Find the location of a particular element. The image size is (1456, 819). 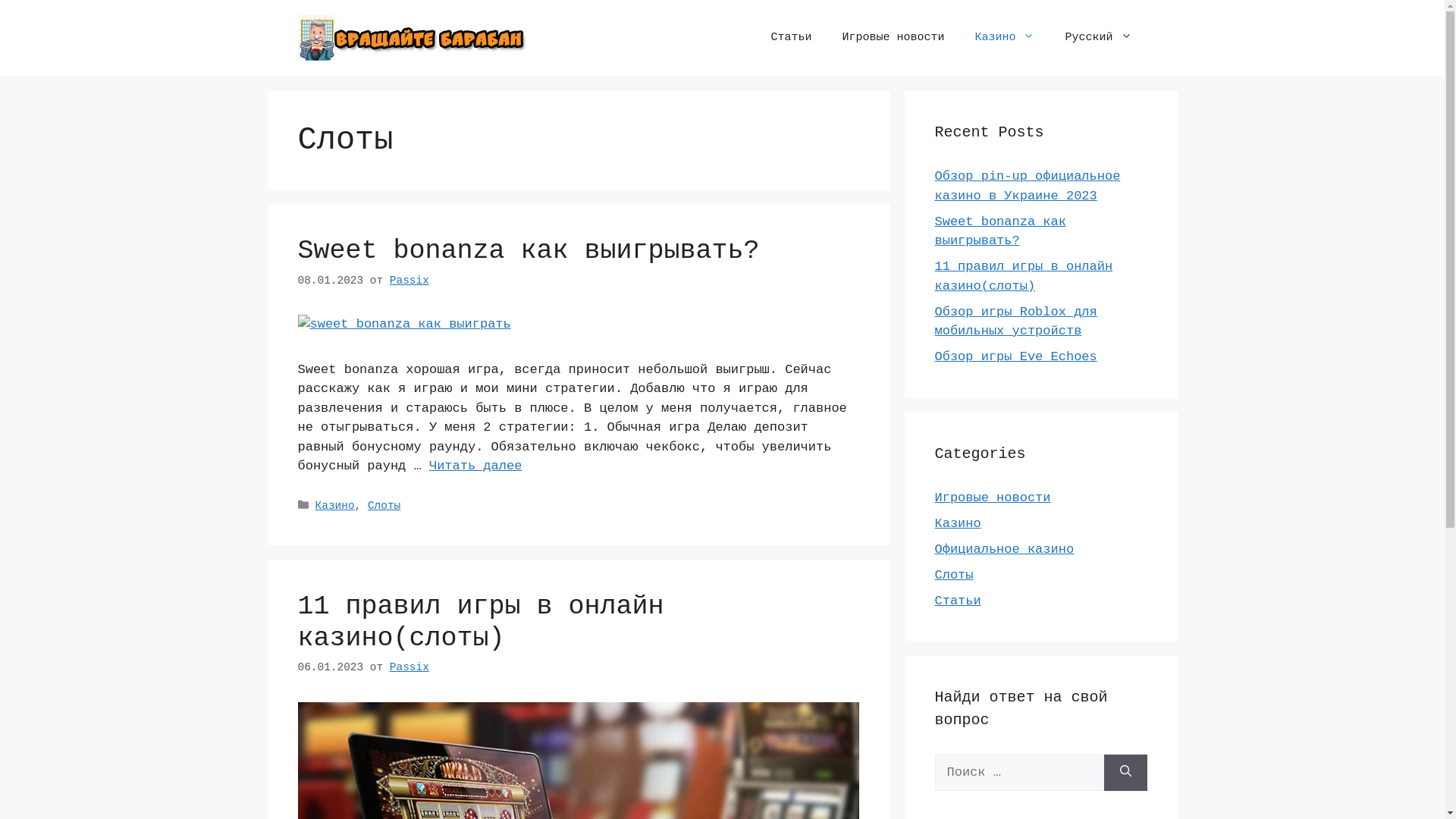

'Passix' is located at coordinates (409, 666).